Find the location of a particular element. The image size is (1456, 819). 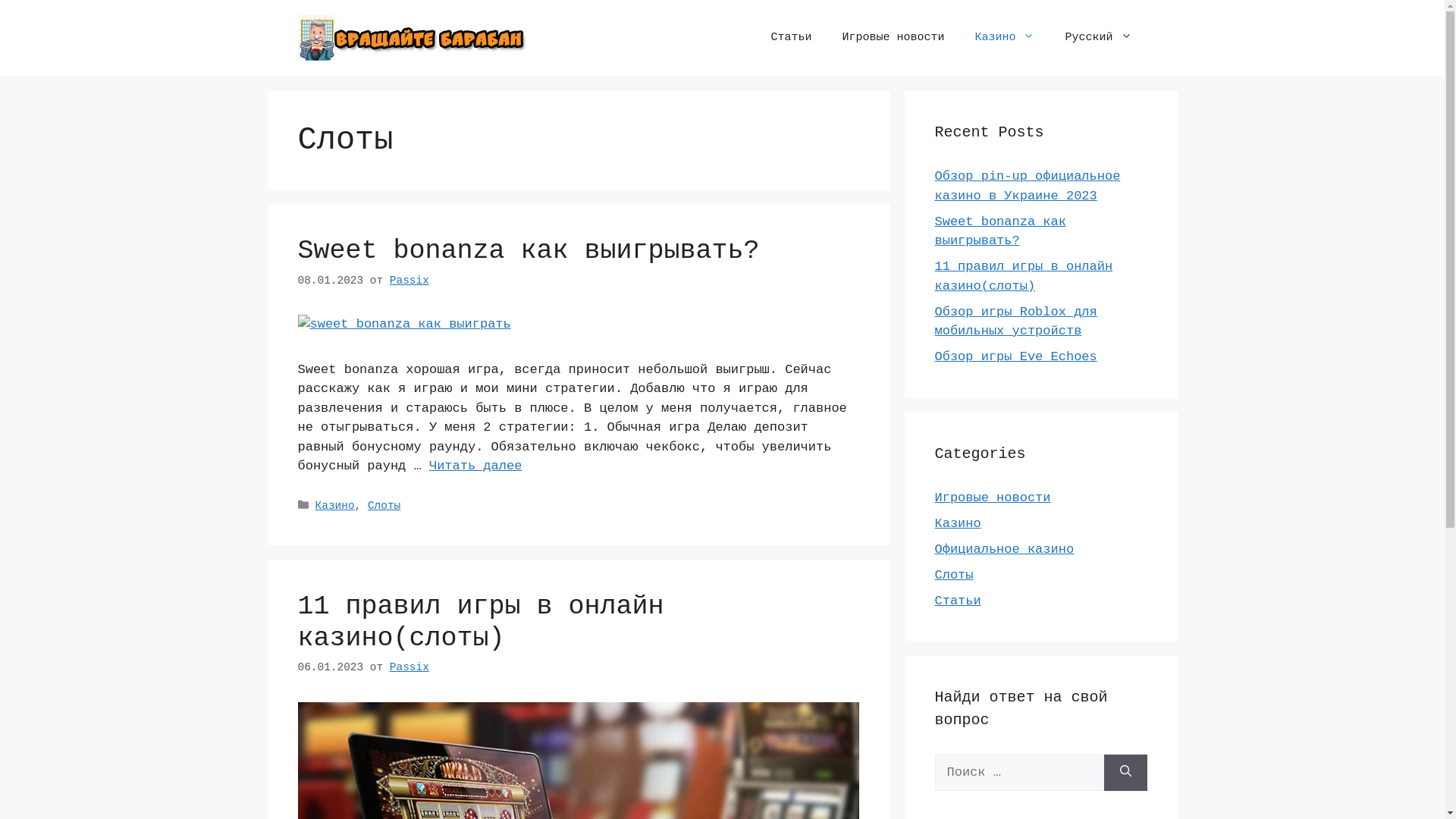

'Passix' is located at coordinates (409, 666).